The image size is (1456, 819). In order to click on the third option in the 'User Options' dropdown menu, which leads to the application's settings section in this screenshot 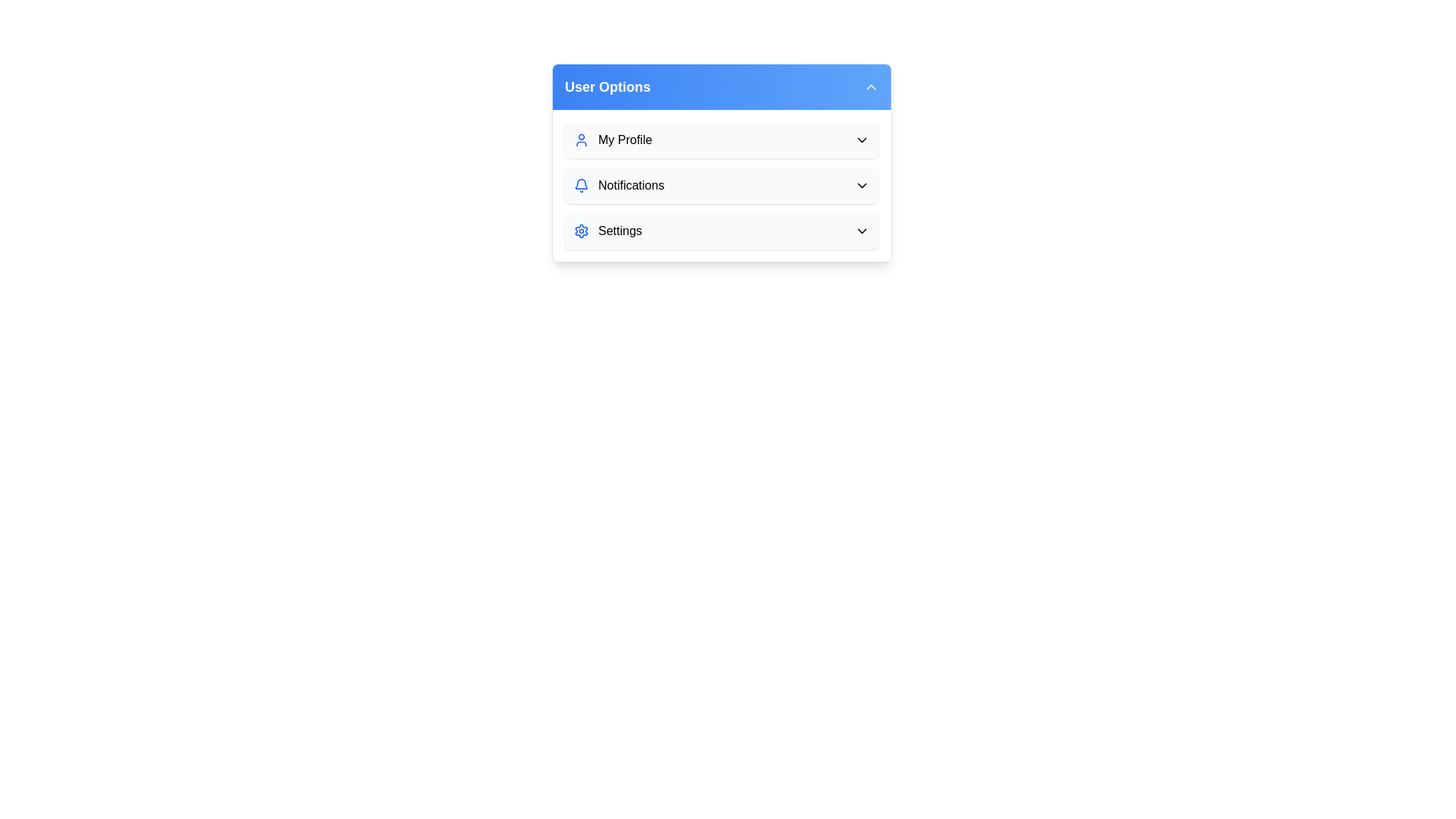, I will do `click(607, 231)`.